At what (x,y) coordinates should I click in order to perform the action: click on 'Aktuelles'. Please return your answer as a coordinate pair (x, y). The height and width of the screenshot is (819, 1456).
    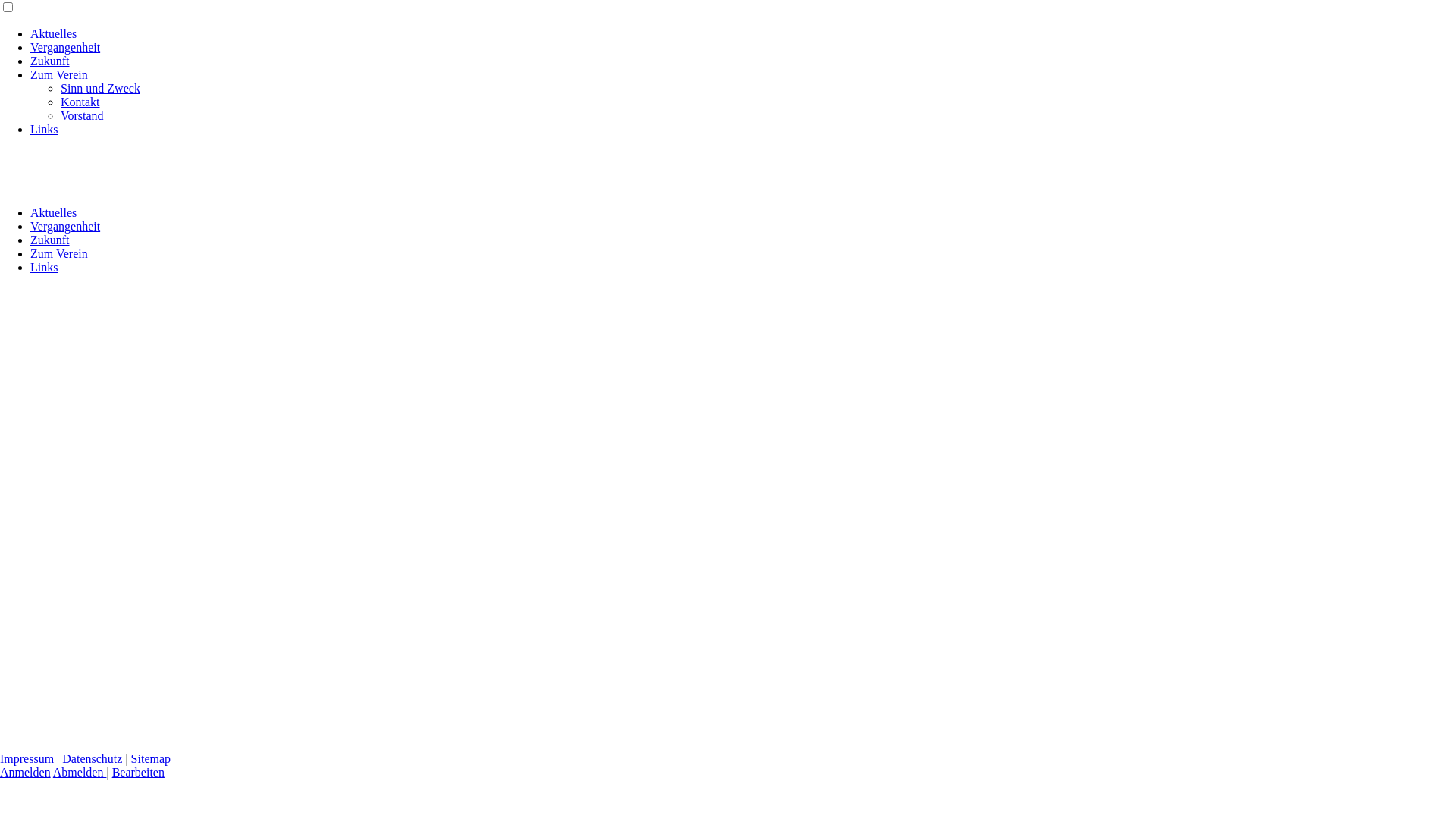
    Looking at the image, I should click on (53, 212).